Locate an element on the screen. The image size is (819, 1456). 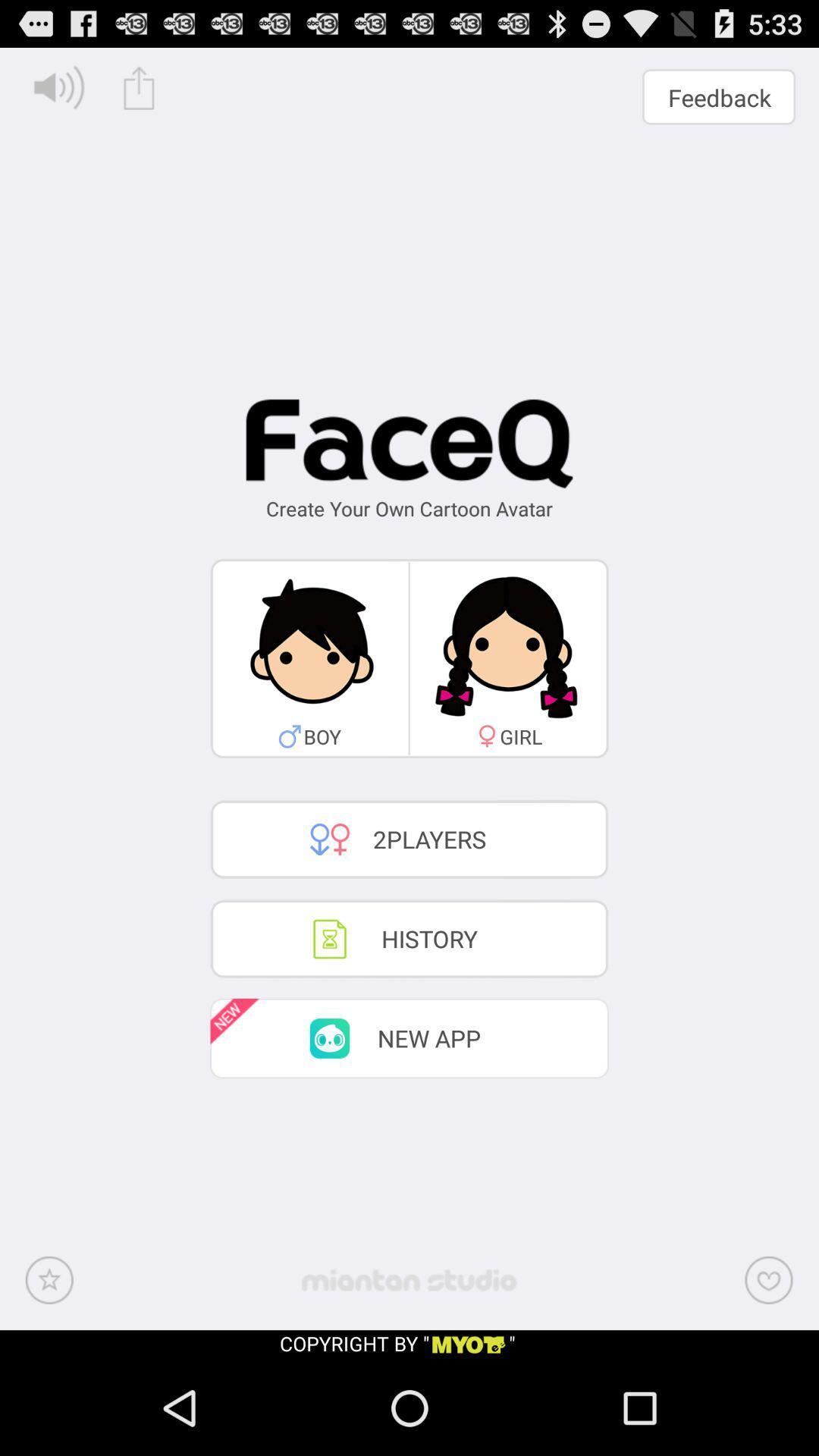
the second image which is below the text faceq is located at coordinates (509, 658).